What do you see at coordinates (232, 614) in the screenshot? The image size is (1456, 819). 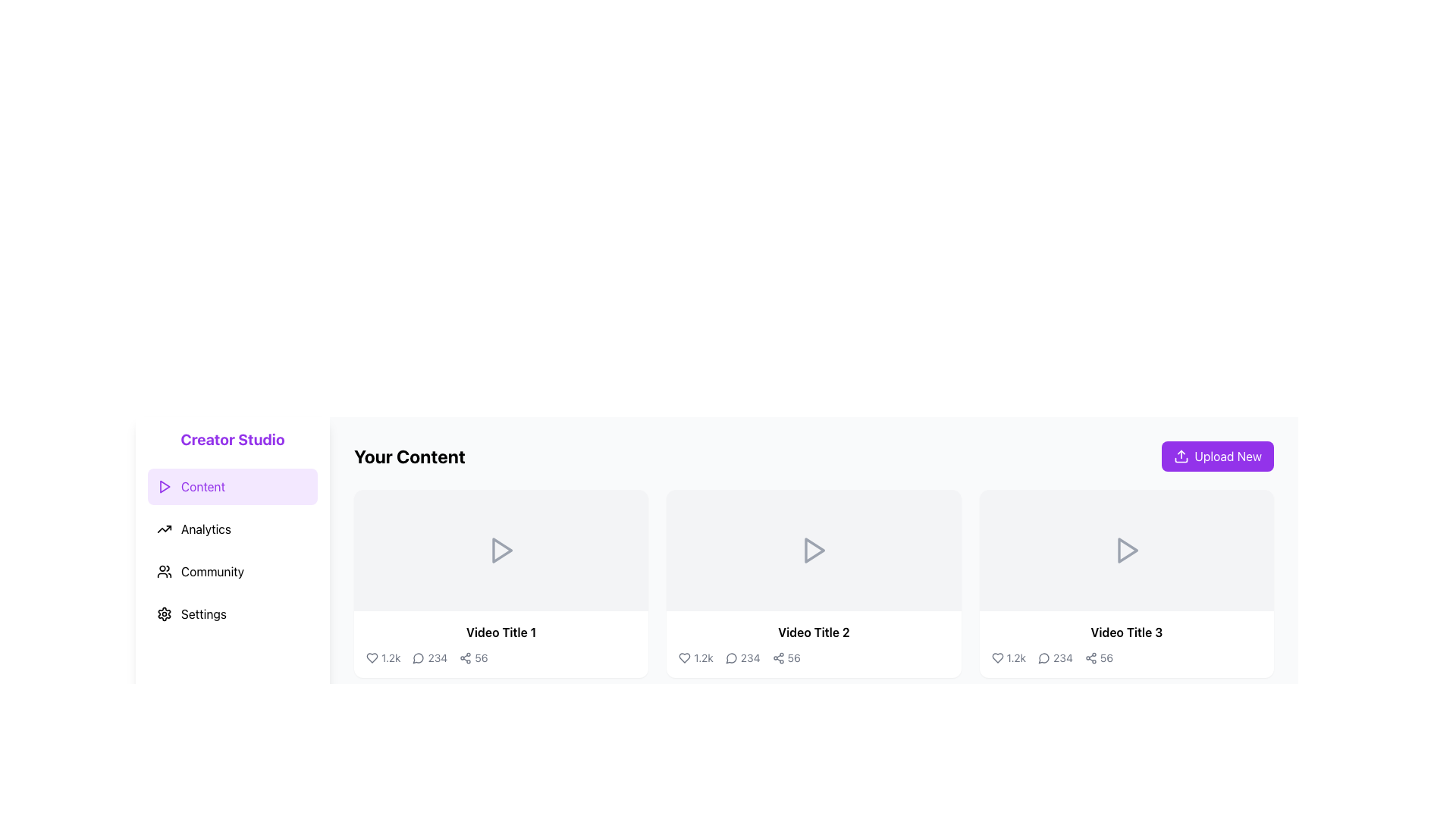 I see `the fourth navigation list item in the left sidebar` at bounding box center [232, 614].